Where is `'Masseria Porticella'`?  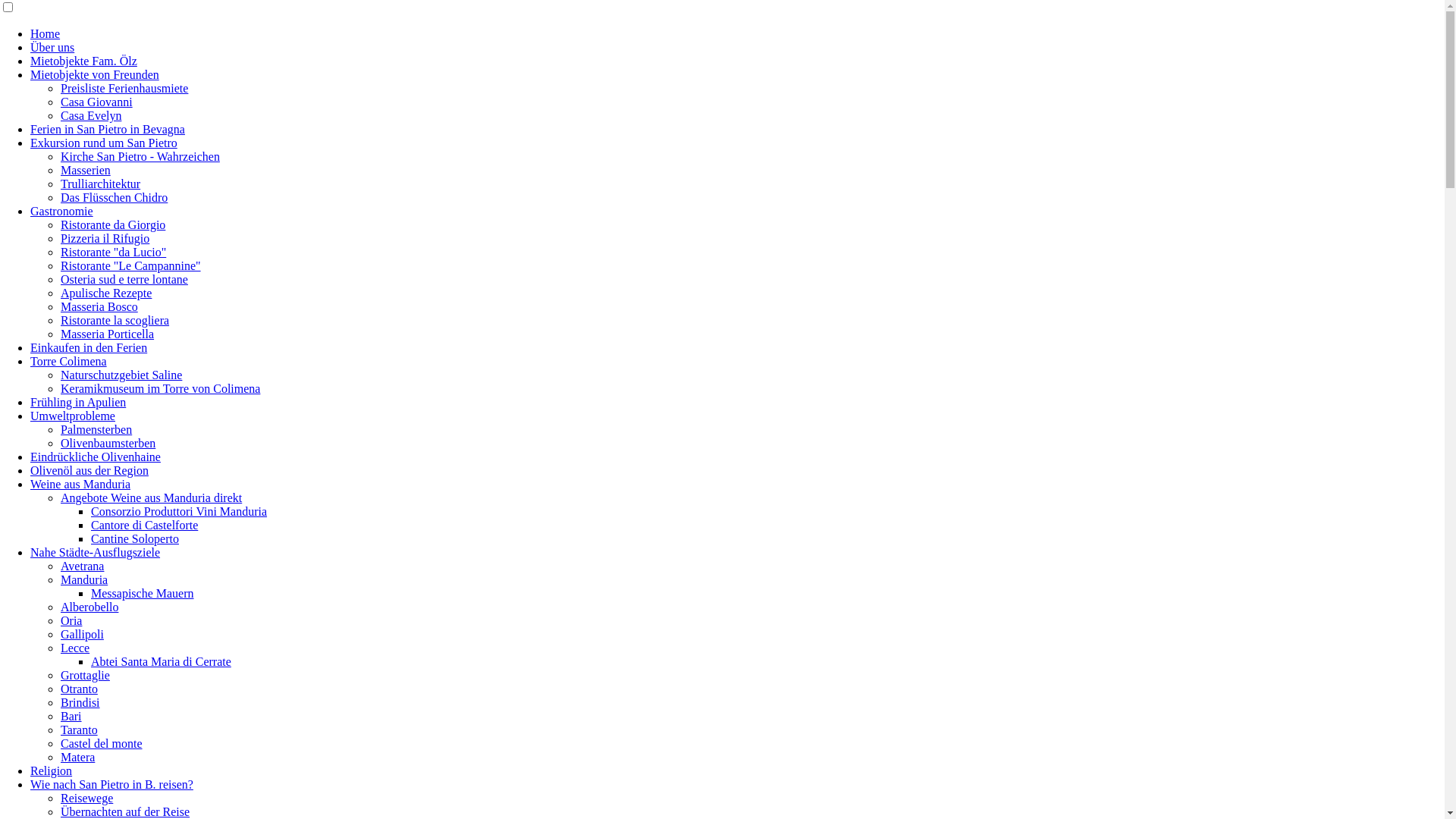
'Masseria Porticella' is located at coordinates (61, 333).